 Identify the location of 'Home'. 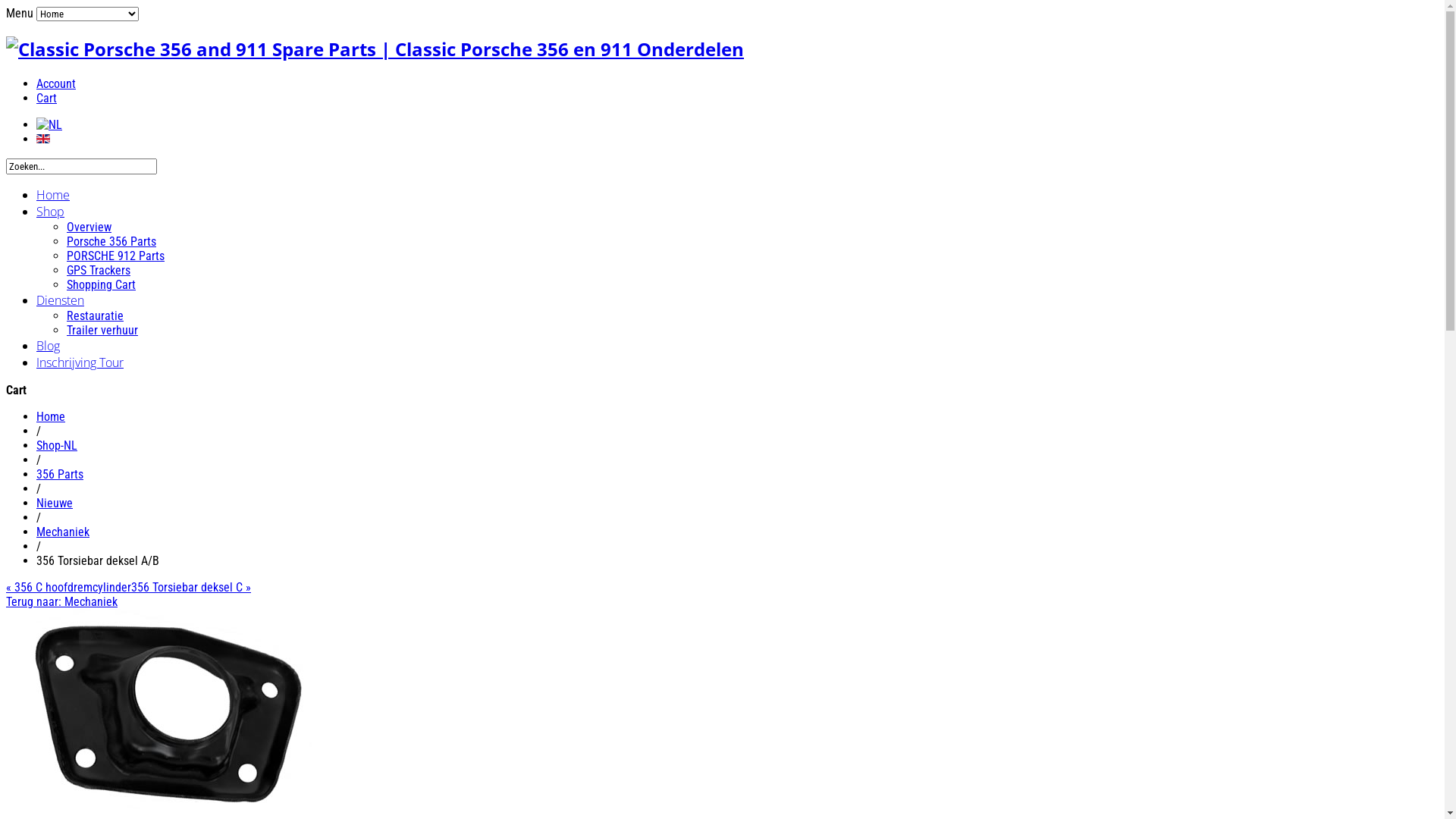
(53, 194).